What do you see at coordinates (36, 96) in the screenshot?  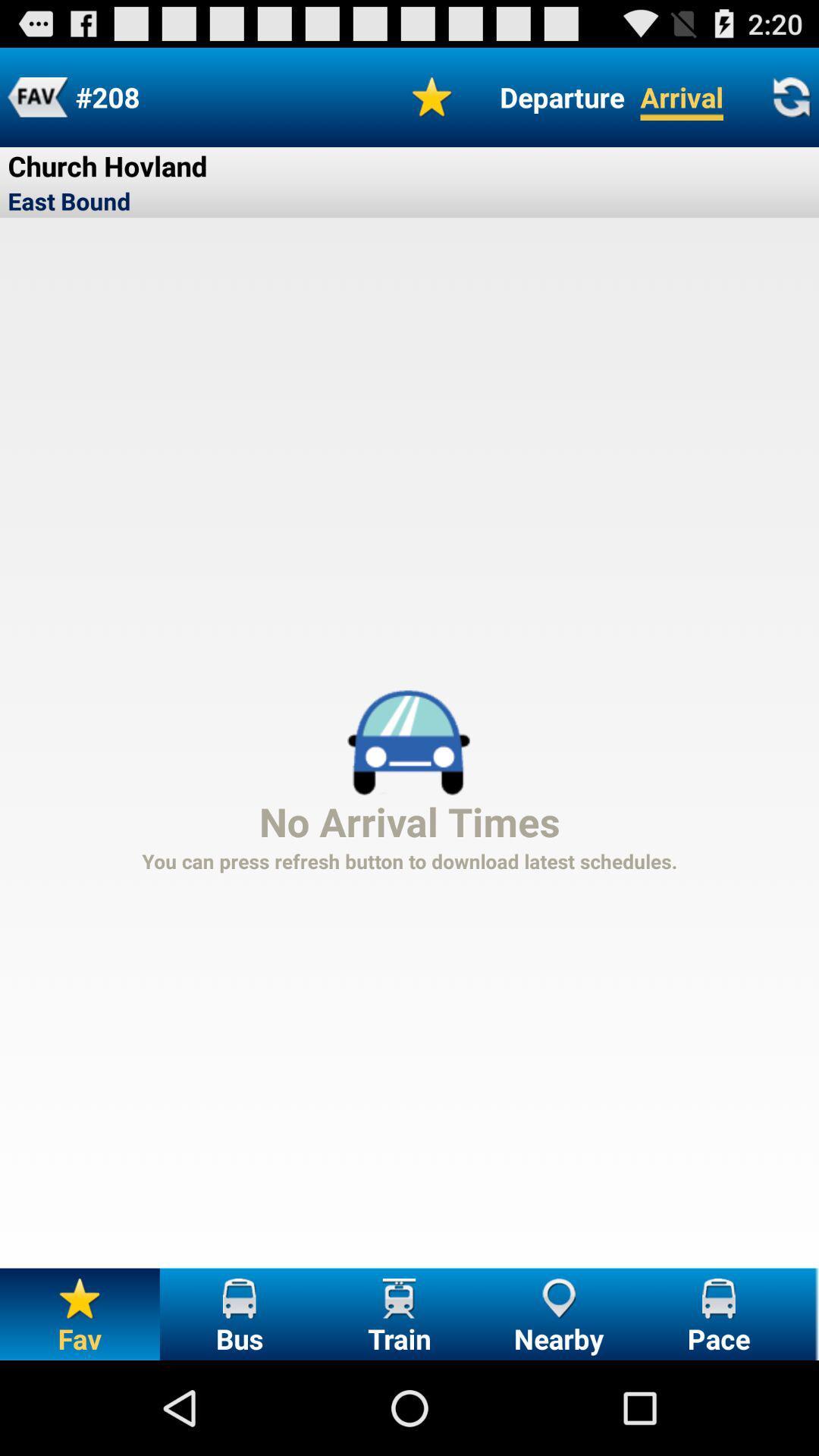 I see `etc` at bounding box center [36, 96].